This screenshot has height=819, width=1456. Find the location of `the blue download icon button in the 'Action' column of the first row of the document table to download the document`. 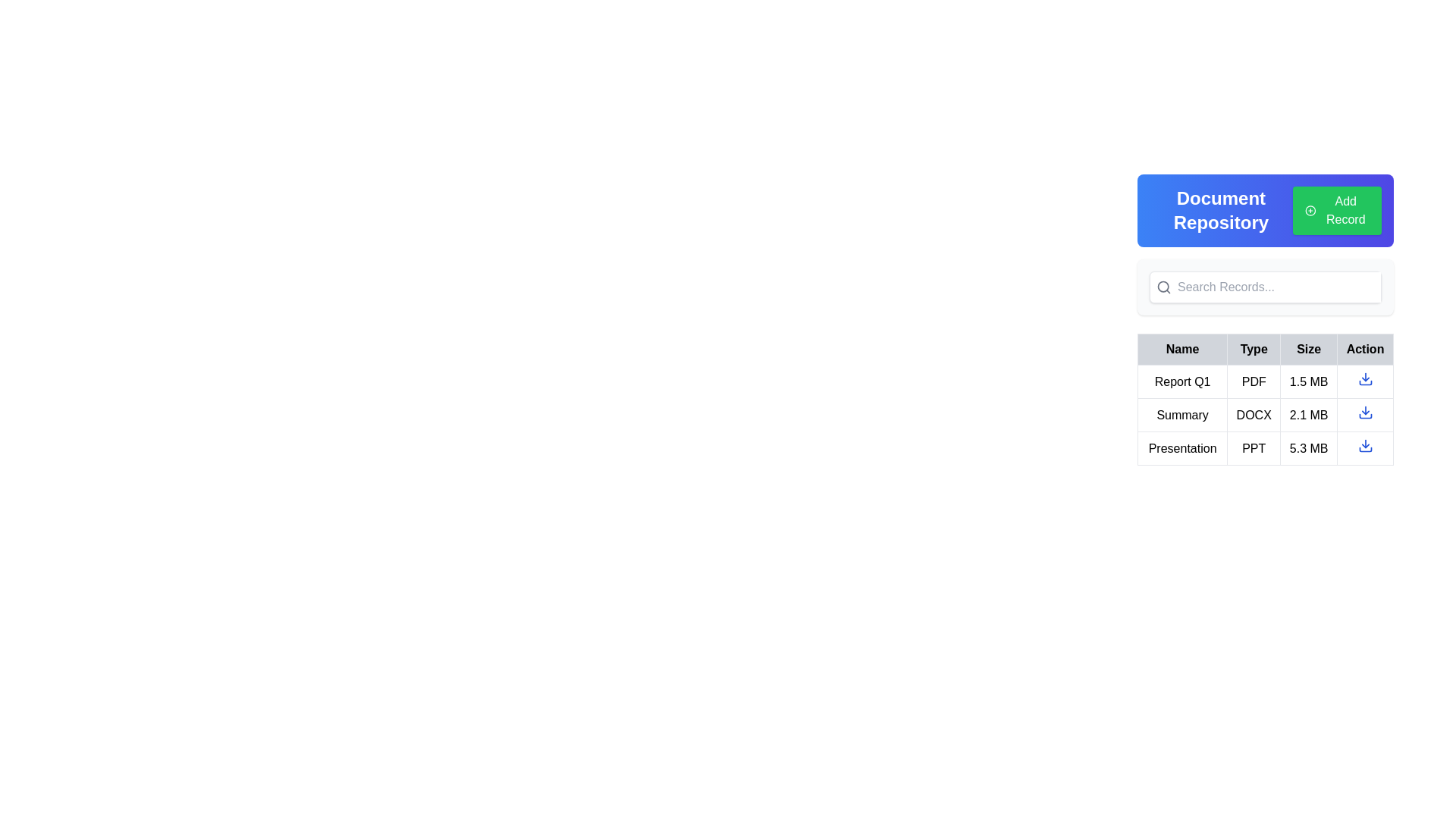

the blue download icon button in the 'Action' column of the first row of the document table to download the document is located at coordinates (1365, 378).